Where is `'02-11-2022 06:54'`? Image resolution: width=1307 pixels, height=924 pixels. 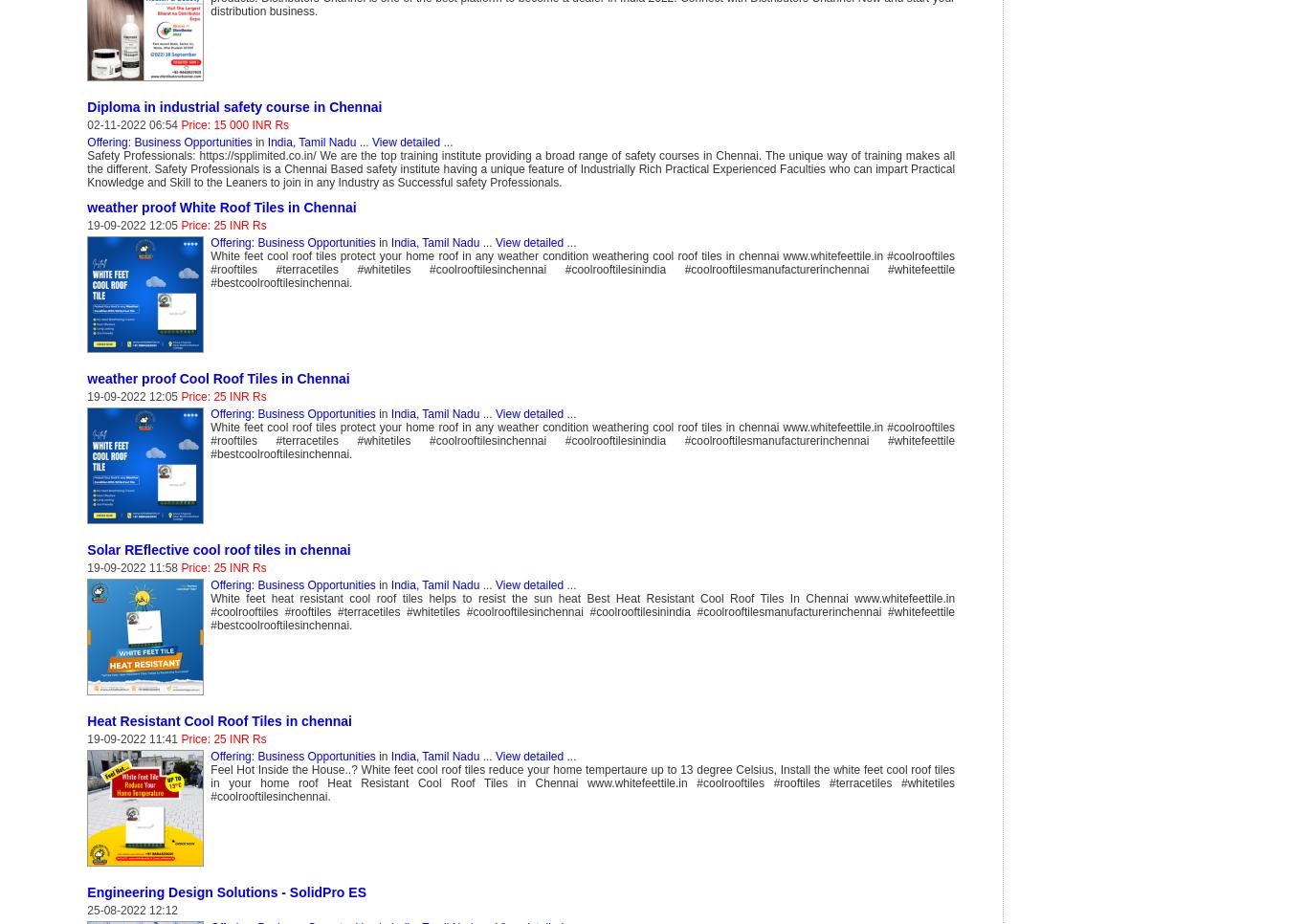
'02-11-2022 06:54' is located at coordinates (133, 124).